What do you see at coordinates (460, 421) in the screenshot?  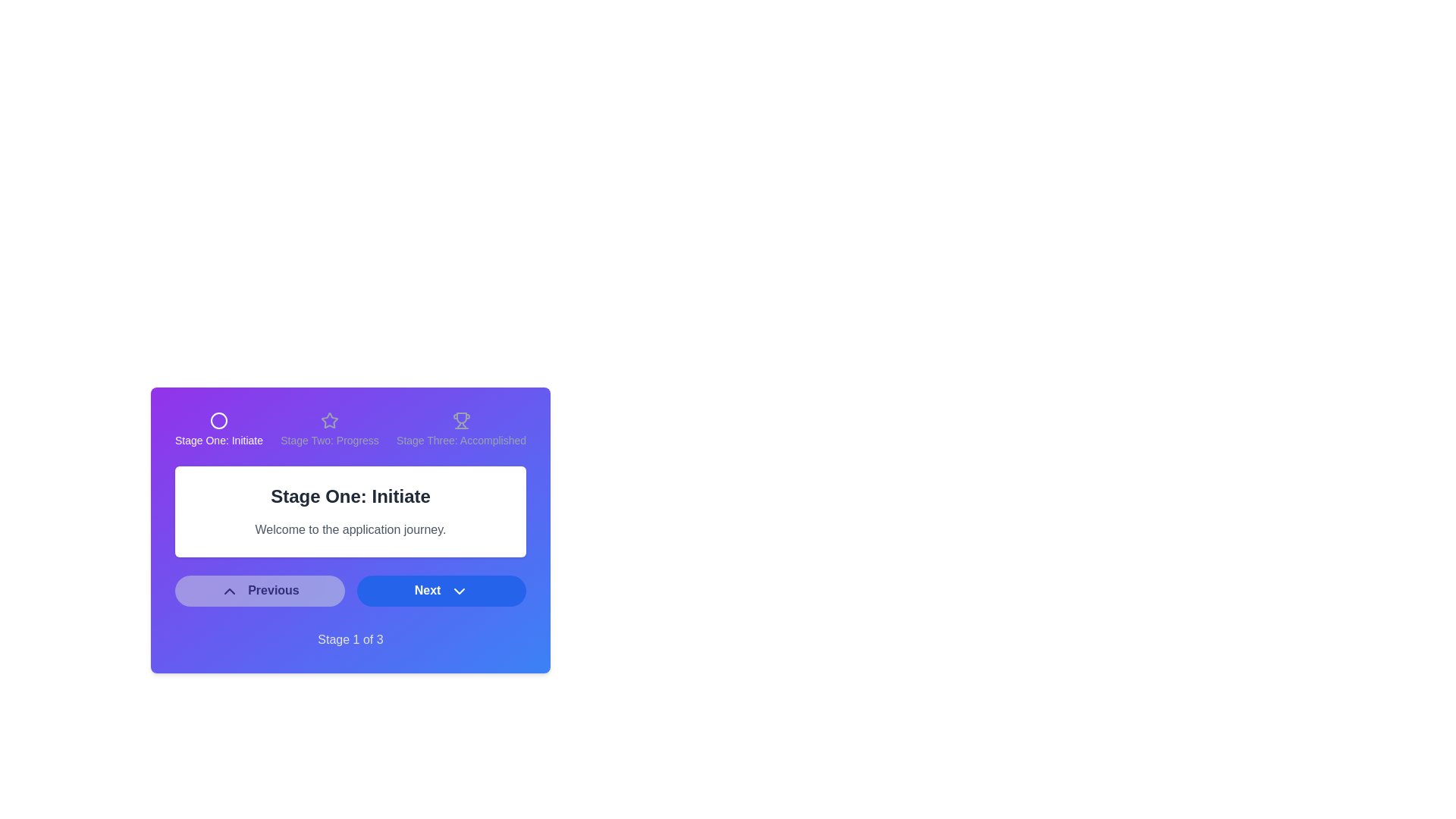 I see `the trophy icon representing the third stage of the multi-step process, which is positioned above the label 'Stage Three: Accomplished'` at bounding box center [460, 421].